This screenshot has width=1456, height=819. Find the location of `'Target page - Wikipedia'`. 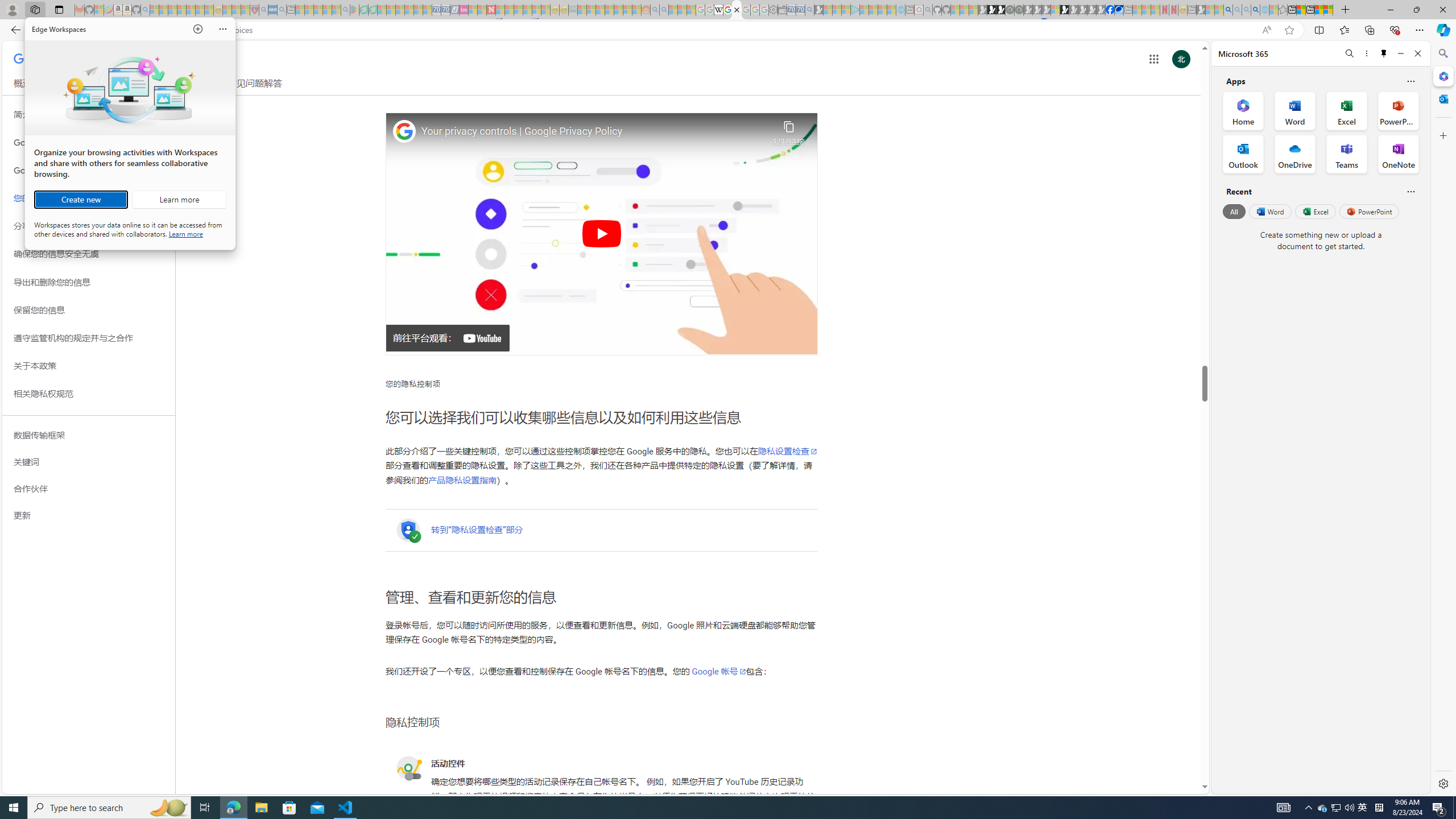

'Target page - Wikipedia' is located at coordinates (718, 9).